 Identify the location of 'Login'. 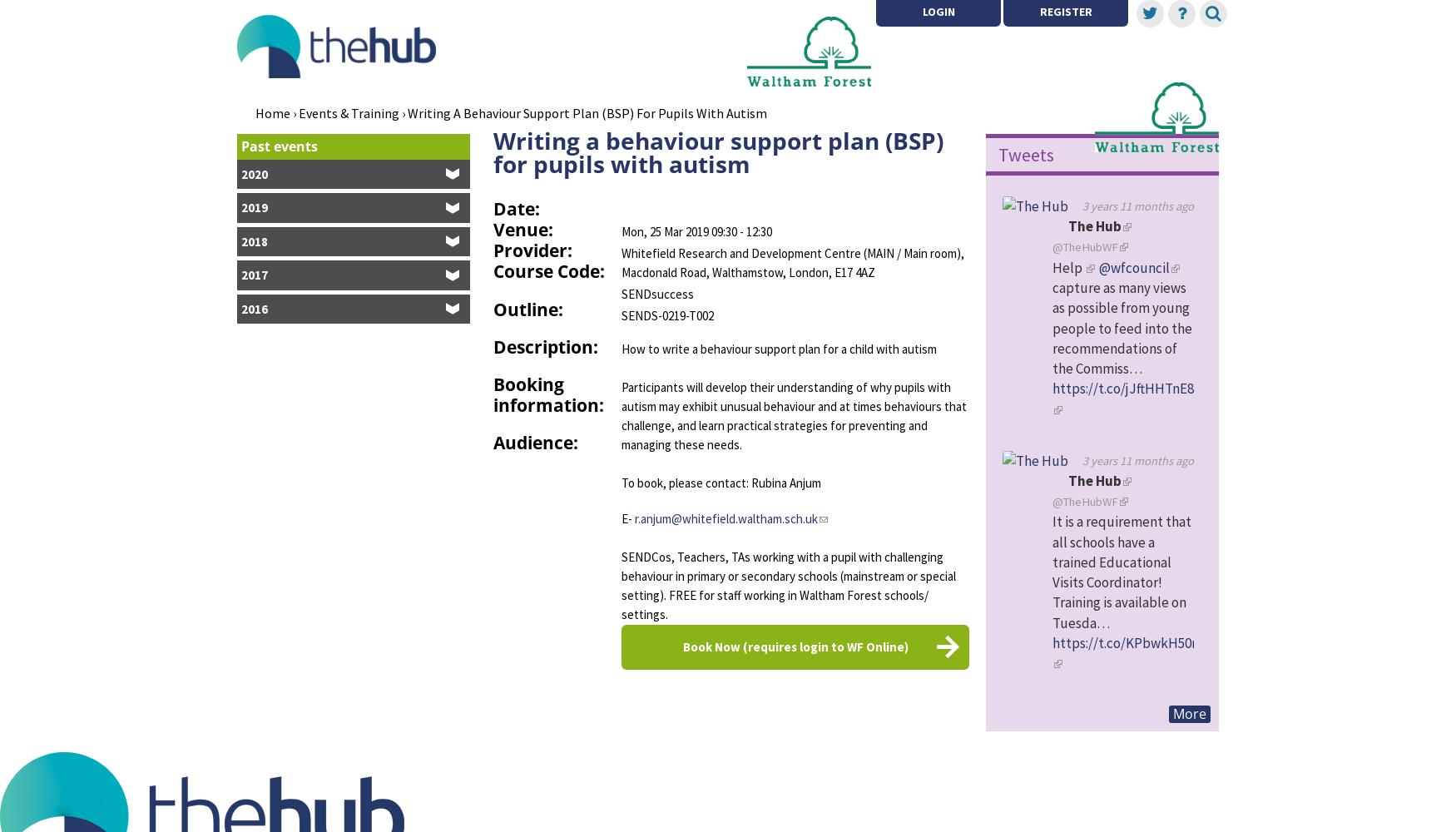
(921, 12).